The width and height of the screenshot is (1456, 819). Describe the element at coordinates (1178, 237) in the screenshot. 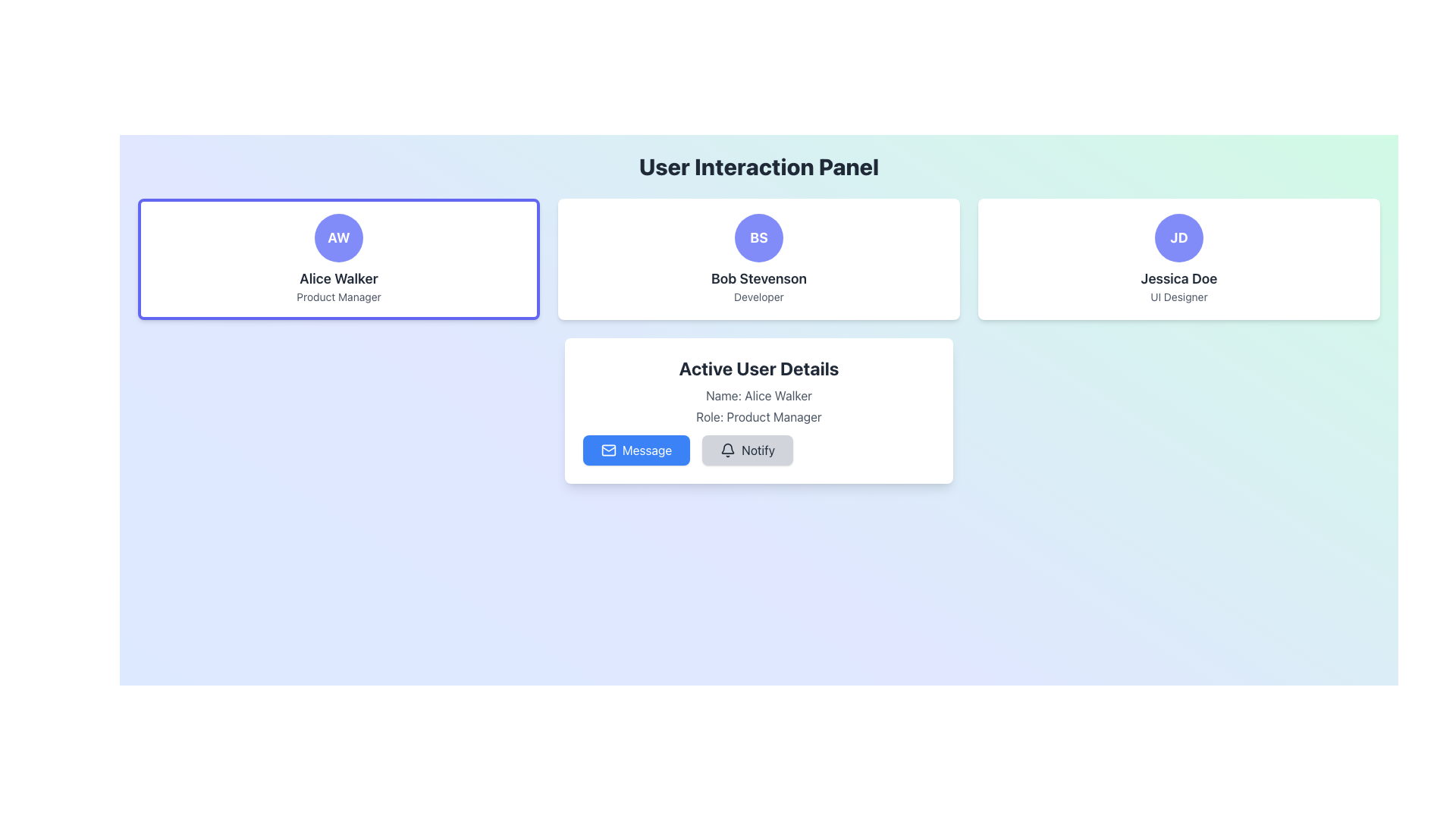

I see `the Profile Avatar for user 'Jessica Doe', which is located in the top-right user card and serves as a visual identifier` at that location.